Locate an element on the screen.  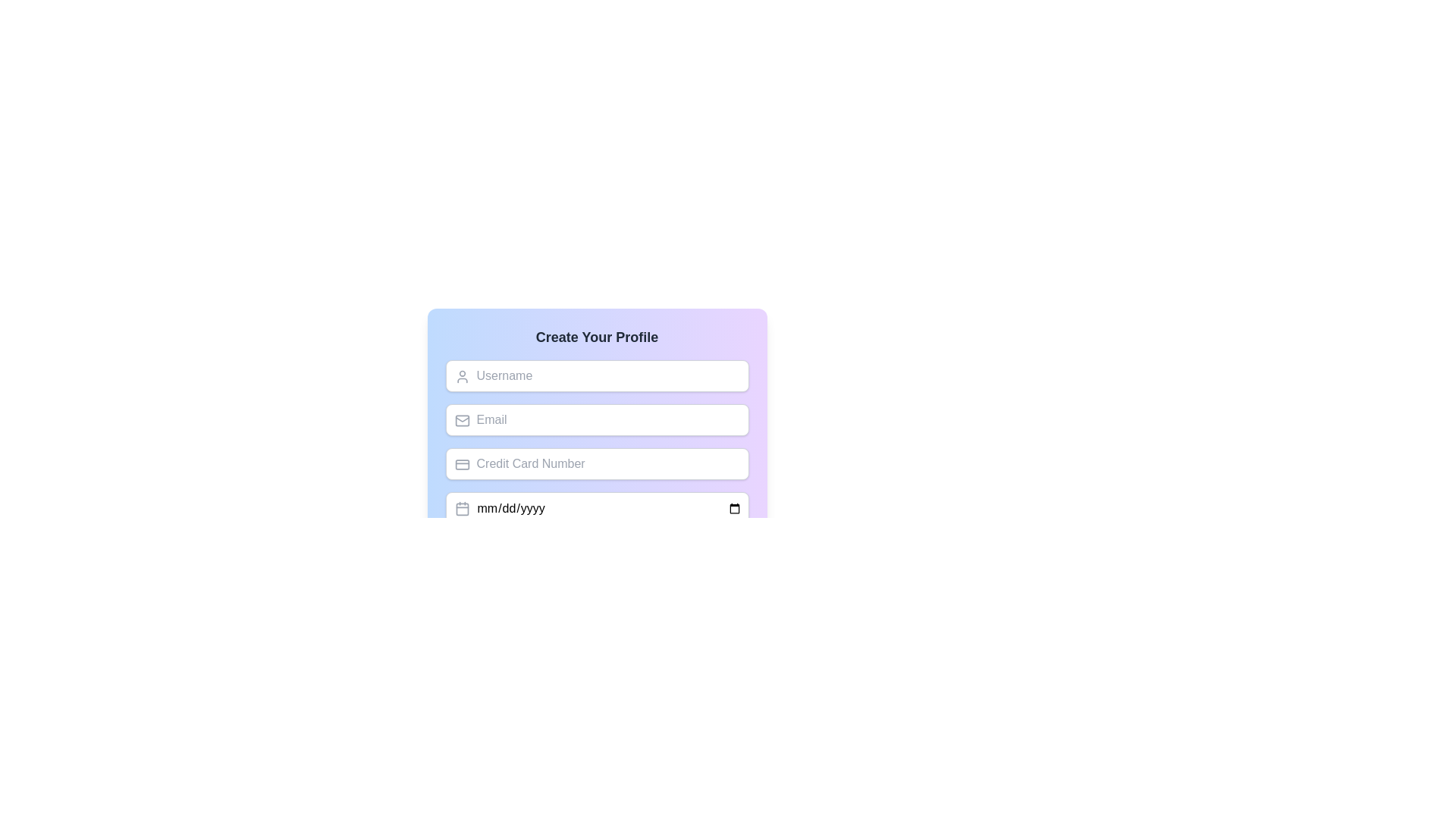
the decorative rectangular shape within the calendar icon located at the rightmost end of the date selection field in the input group labeled 'mm/dd/yyyy' is located at coordinates (461, 509).